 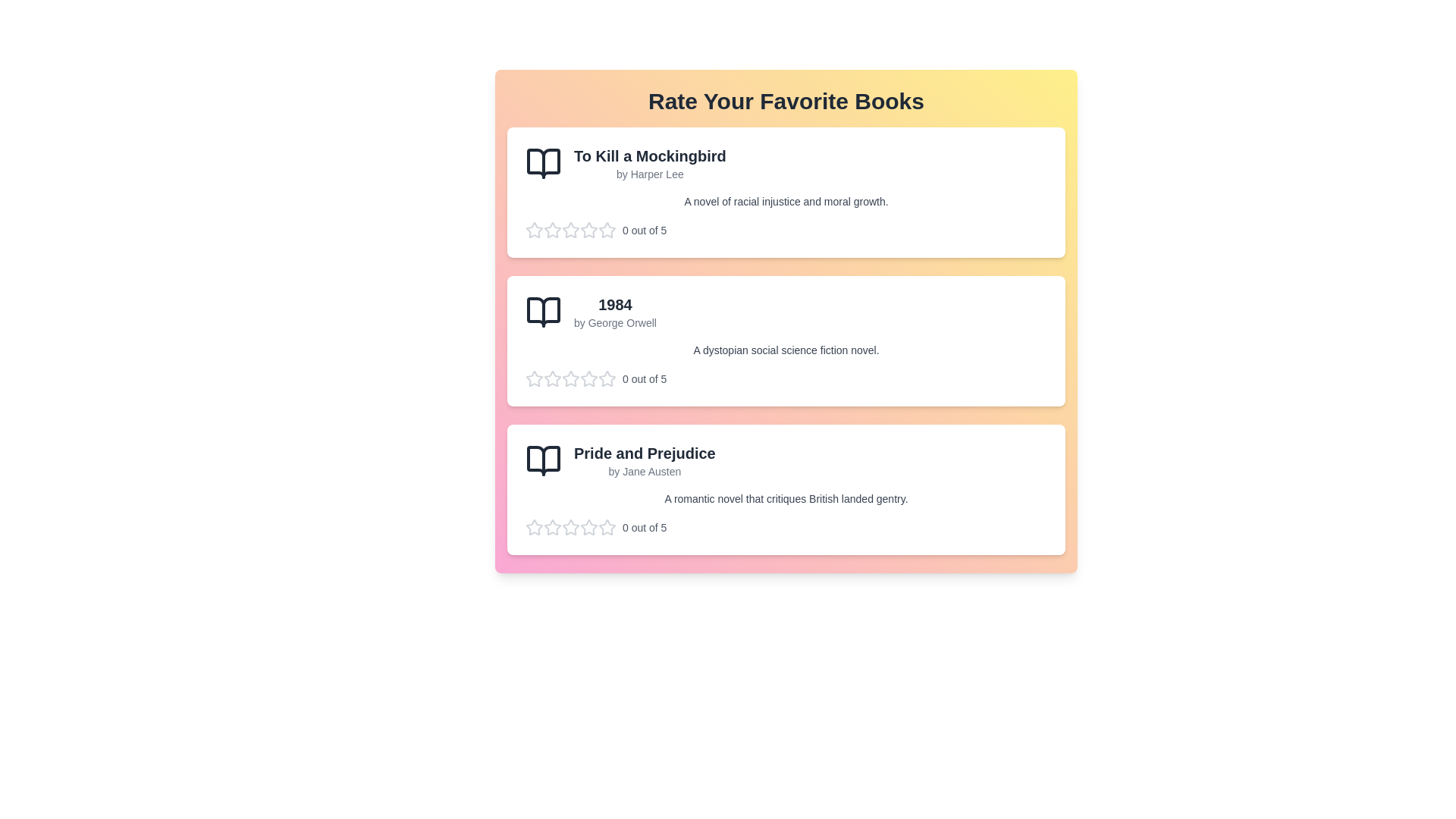 I want to click on the fourth star icon in the rating system below the book title '1984' by George Orwell, so click(x=570, y=378).